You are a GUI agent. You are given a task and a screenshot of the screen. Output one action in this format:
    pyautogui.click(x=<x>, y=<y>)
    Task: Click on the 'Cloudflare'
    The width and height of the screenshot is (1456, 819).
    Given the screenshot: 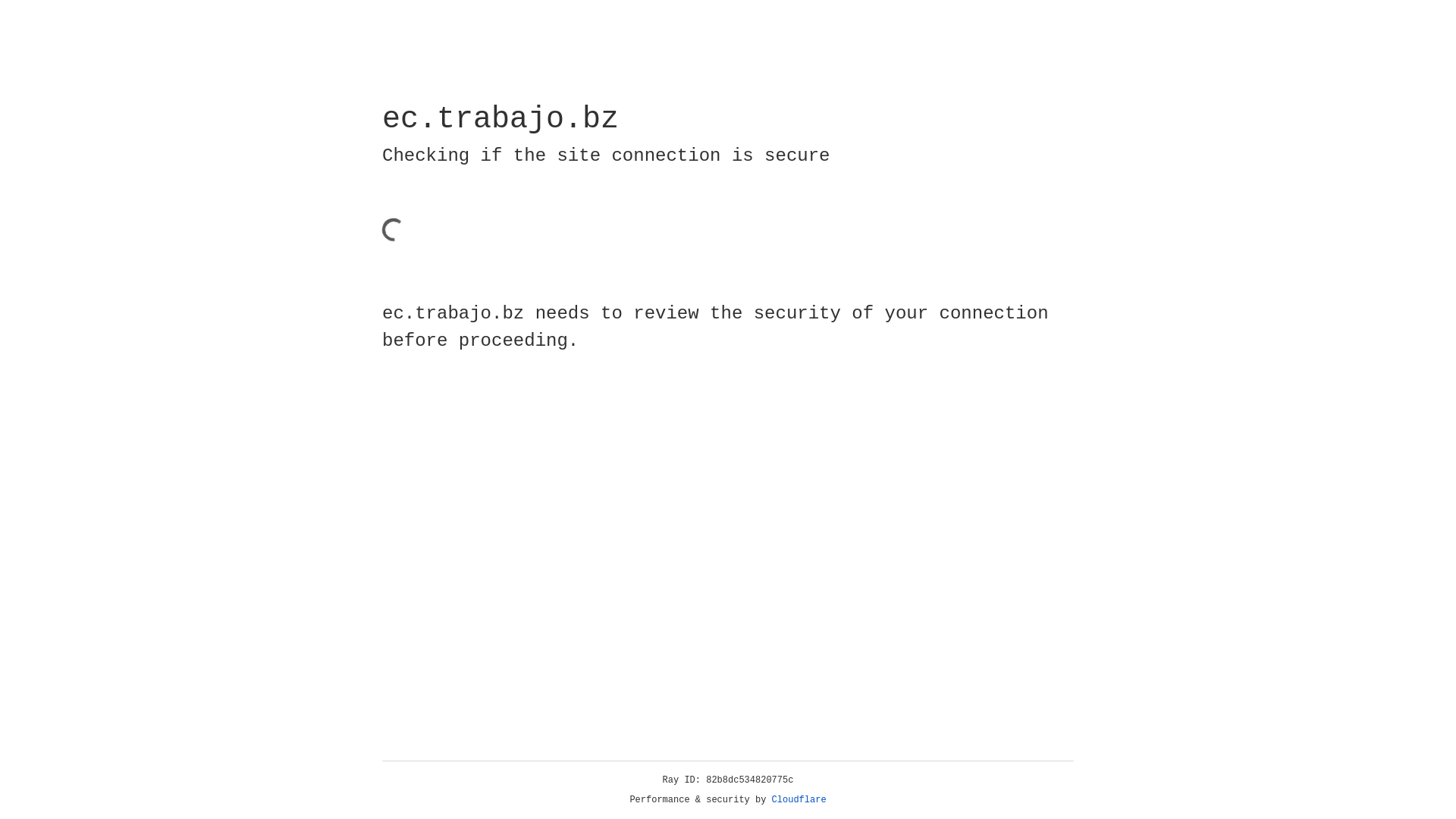 What is the action you would take?
    pyautogui.click(x=799, y=799)
    